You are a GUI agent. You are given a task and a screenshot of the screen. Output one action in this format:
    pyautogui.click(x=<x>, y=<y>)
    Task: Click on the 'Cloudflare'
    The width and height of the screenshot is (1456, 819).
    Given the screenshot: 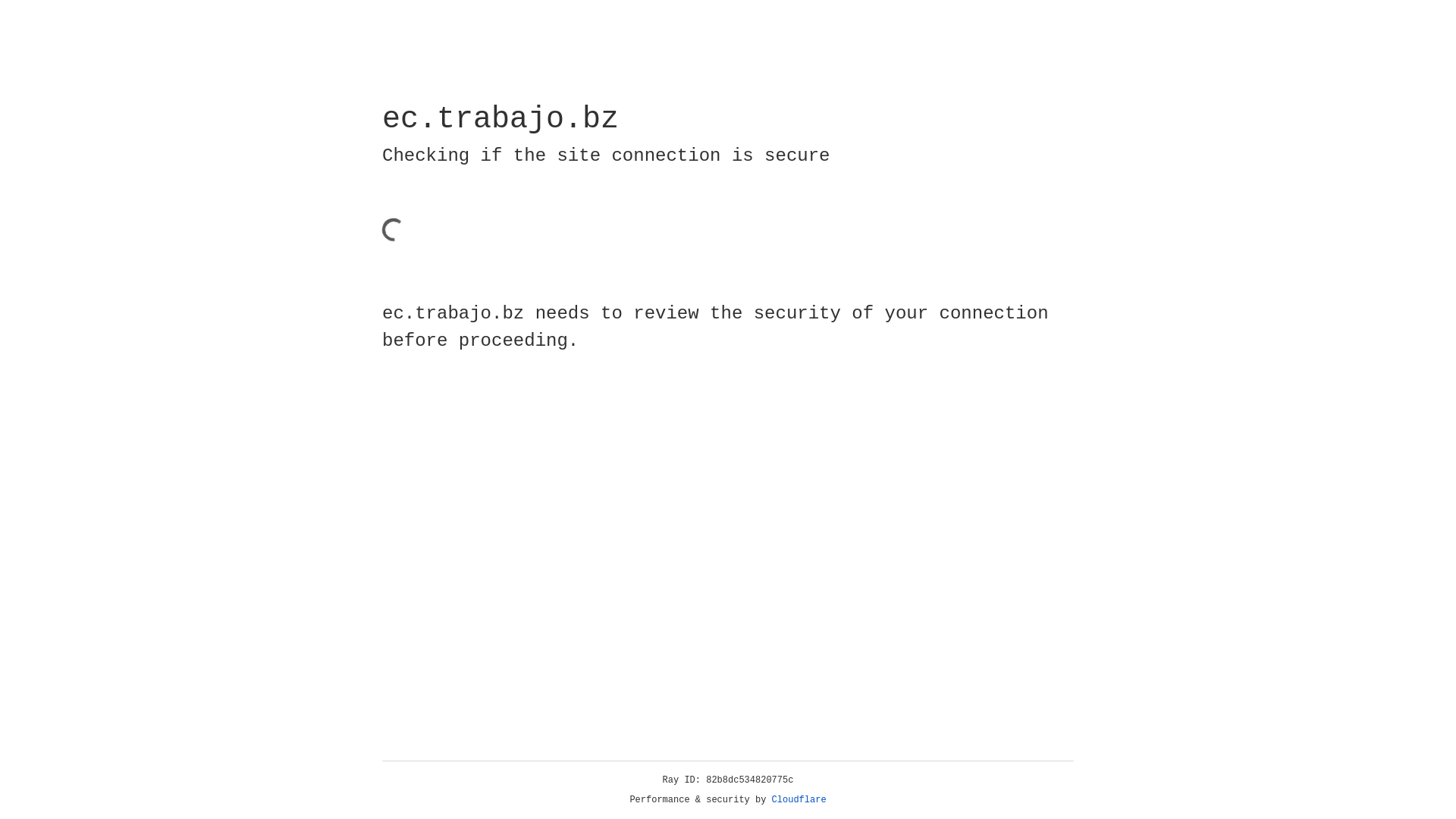 What is the action you would take?
    pyautogui.click(x=799, y=799)
    